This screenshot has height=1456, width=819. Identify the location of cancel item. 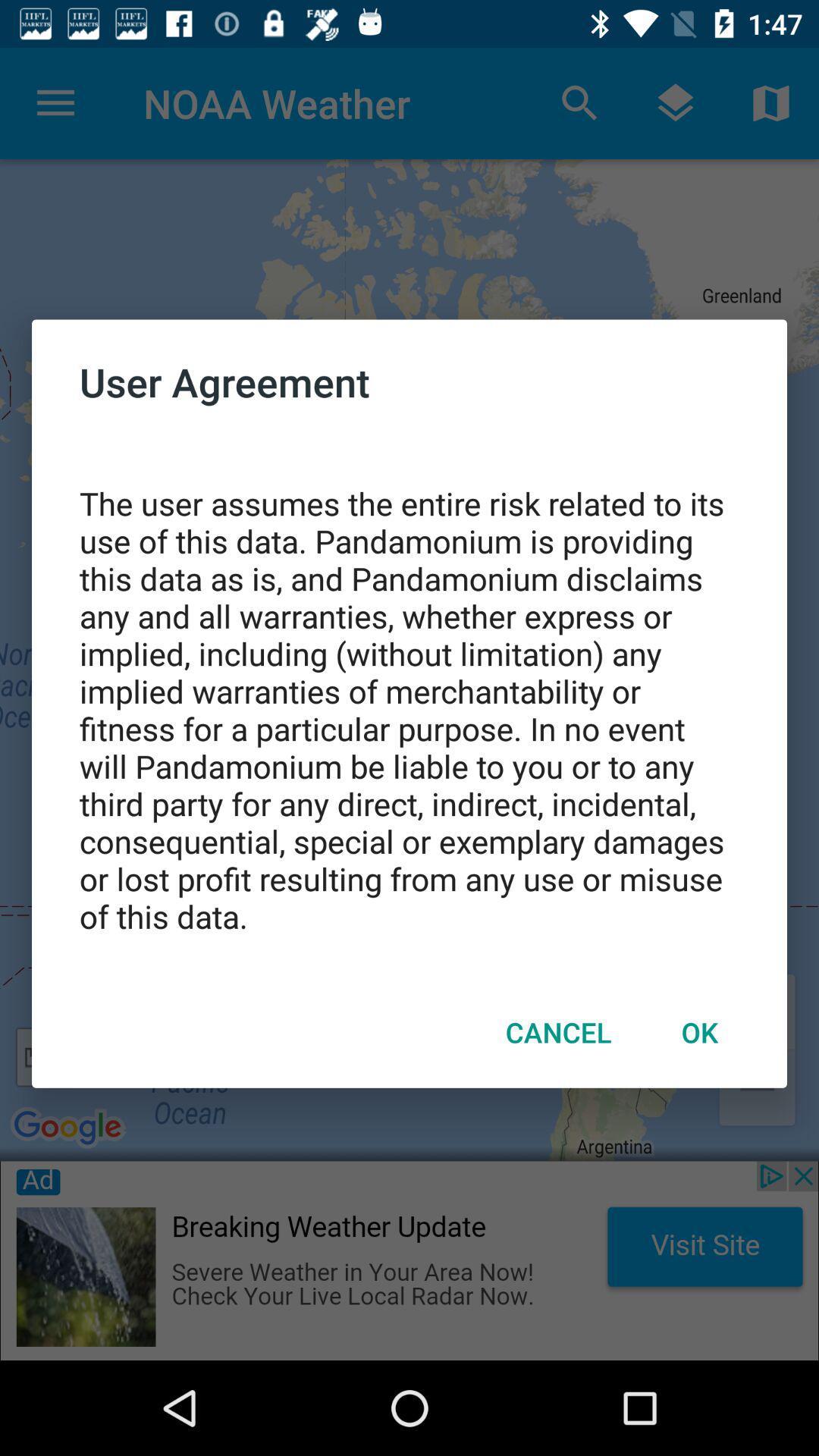
(558, 1031).